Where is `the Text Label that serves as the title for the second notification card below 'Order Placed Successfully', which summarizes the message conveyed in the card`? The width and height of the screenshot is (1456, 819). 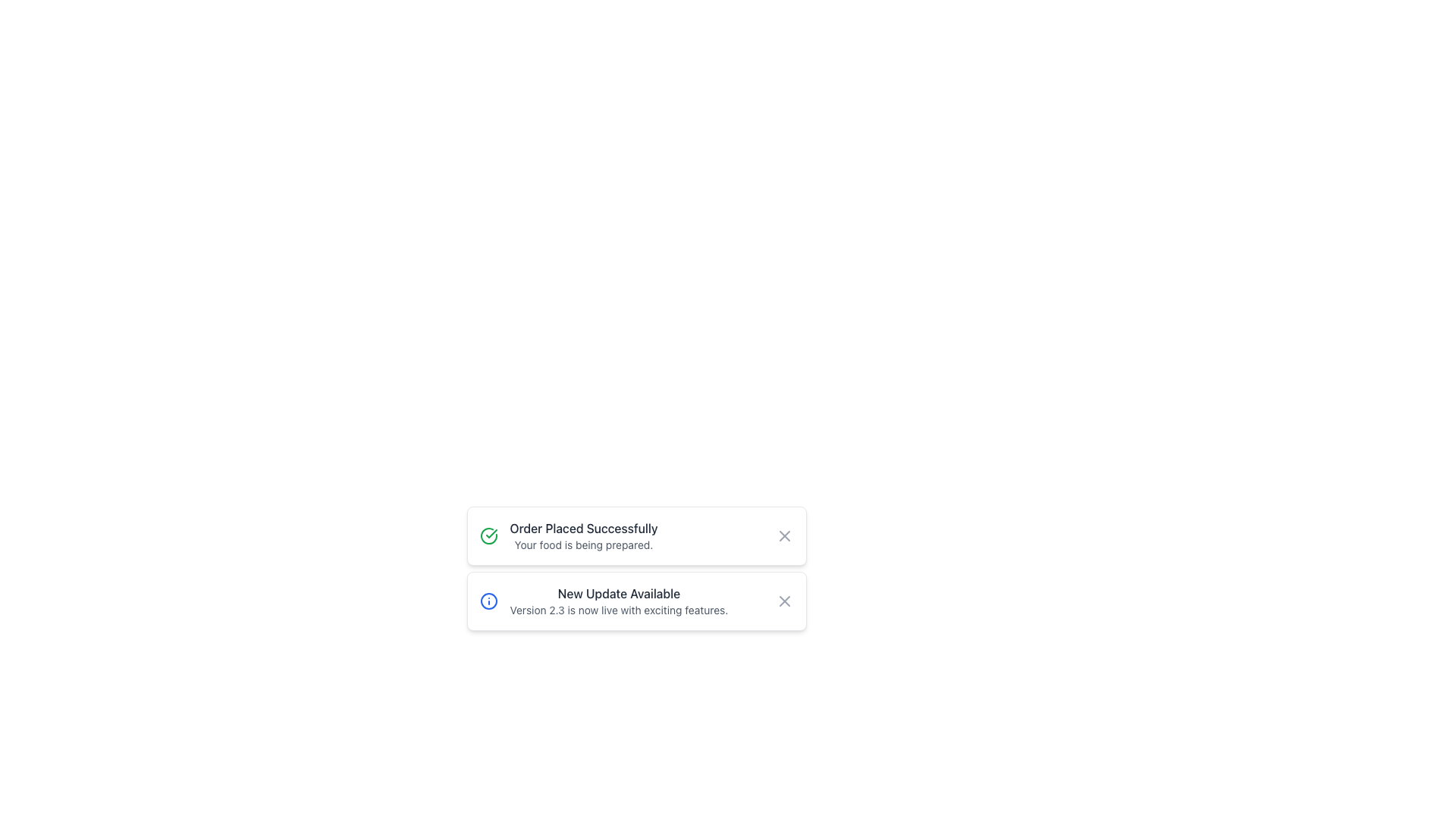 the Text Label that serves as the title for the second notification card below 'Order Placed Successfully', which summarizes the message conveyed in the card is located at coordinates (619, 593).